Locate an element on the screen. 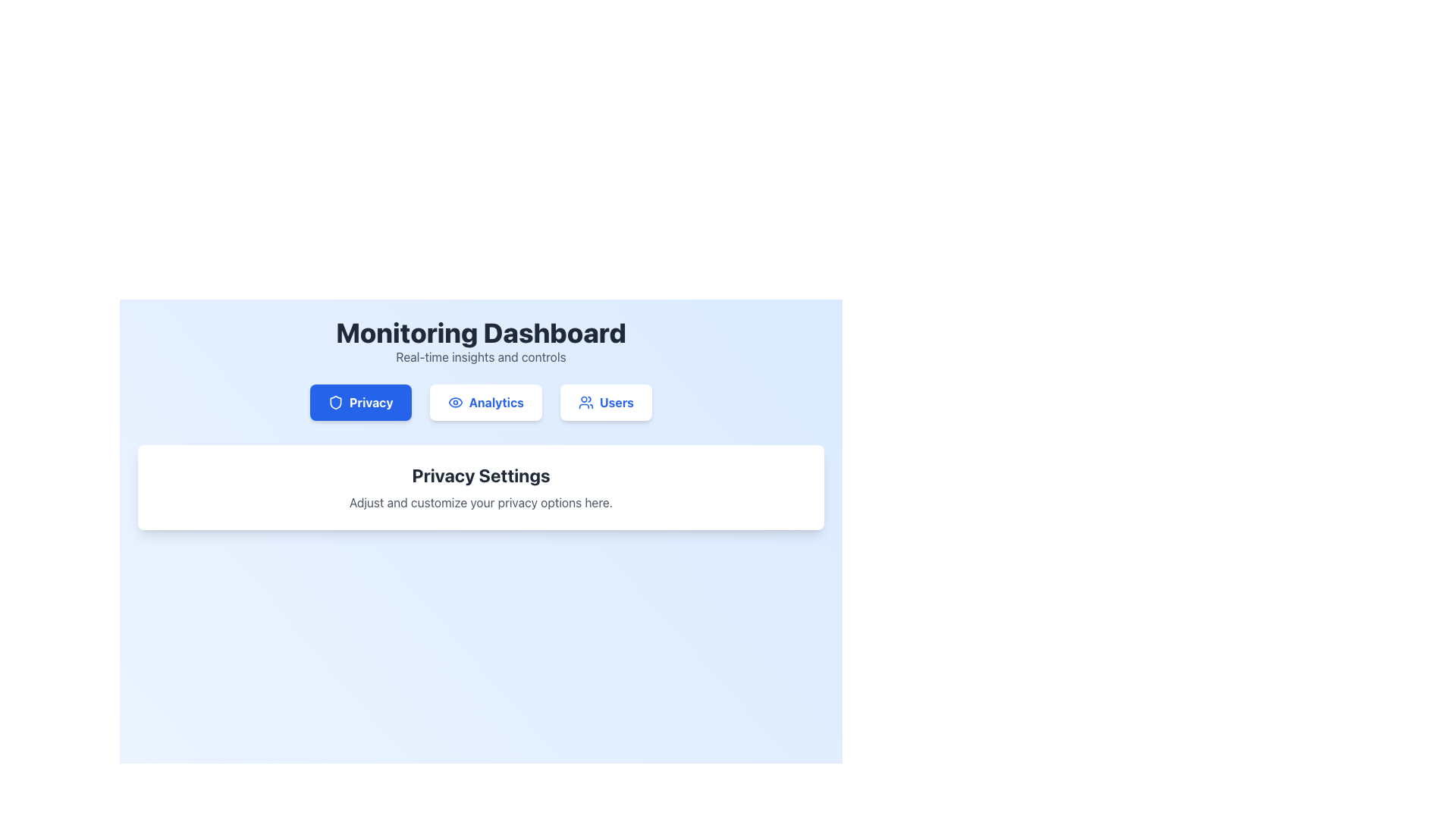 This screenshot has height=819, width=1456. the middle button in the horizontal row of three buttons is located at coordinates (485, 402).